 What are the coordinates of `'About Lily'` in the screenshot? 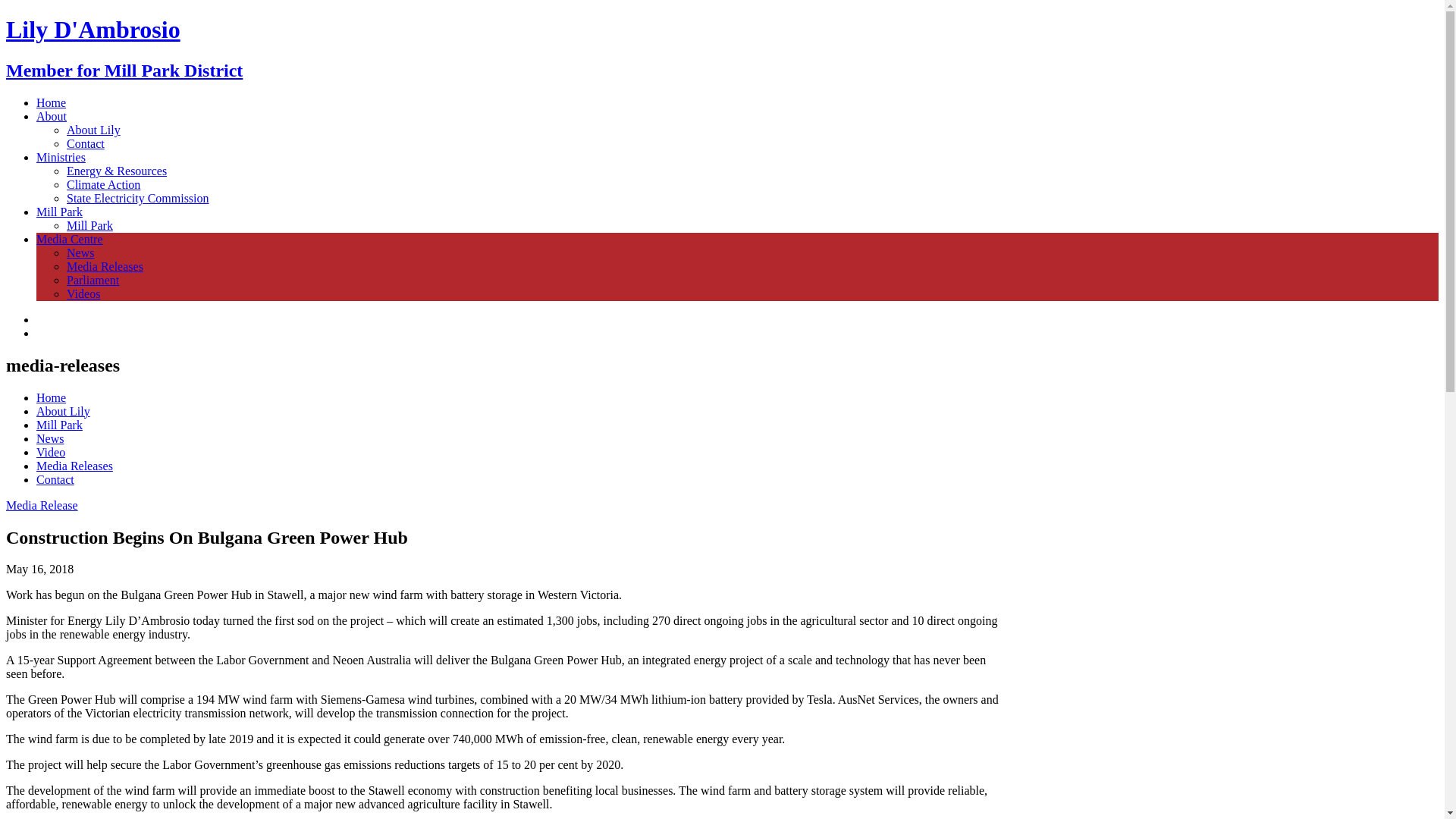 It's located at (62, 411).